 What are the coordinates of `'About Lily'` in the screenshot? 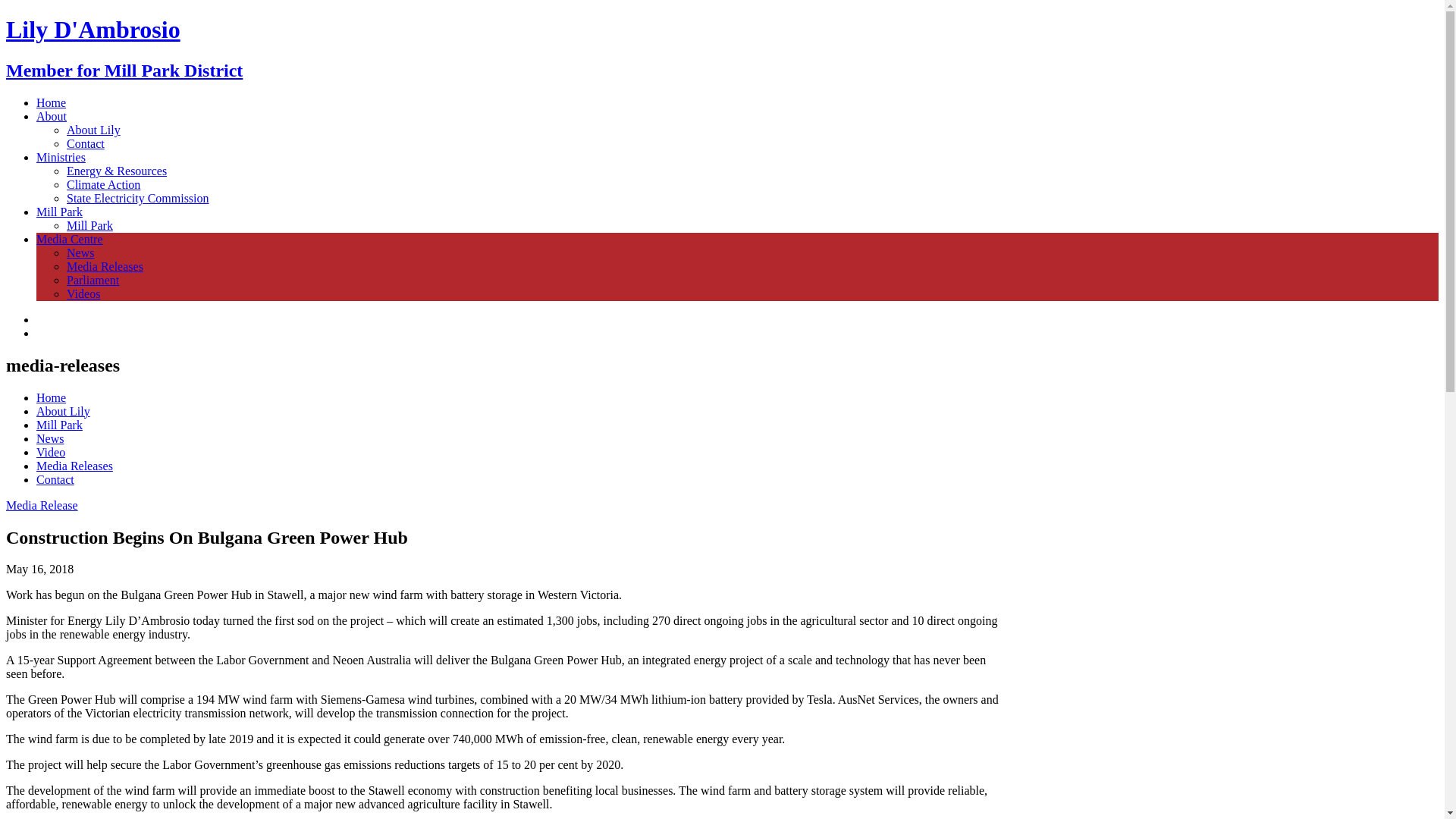 It's located at (62, 411).